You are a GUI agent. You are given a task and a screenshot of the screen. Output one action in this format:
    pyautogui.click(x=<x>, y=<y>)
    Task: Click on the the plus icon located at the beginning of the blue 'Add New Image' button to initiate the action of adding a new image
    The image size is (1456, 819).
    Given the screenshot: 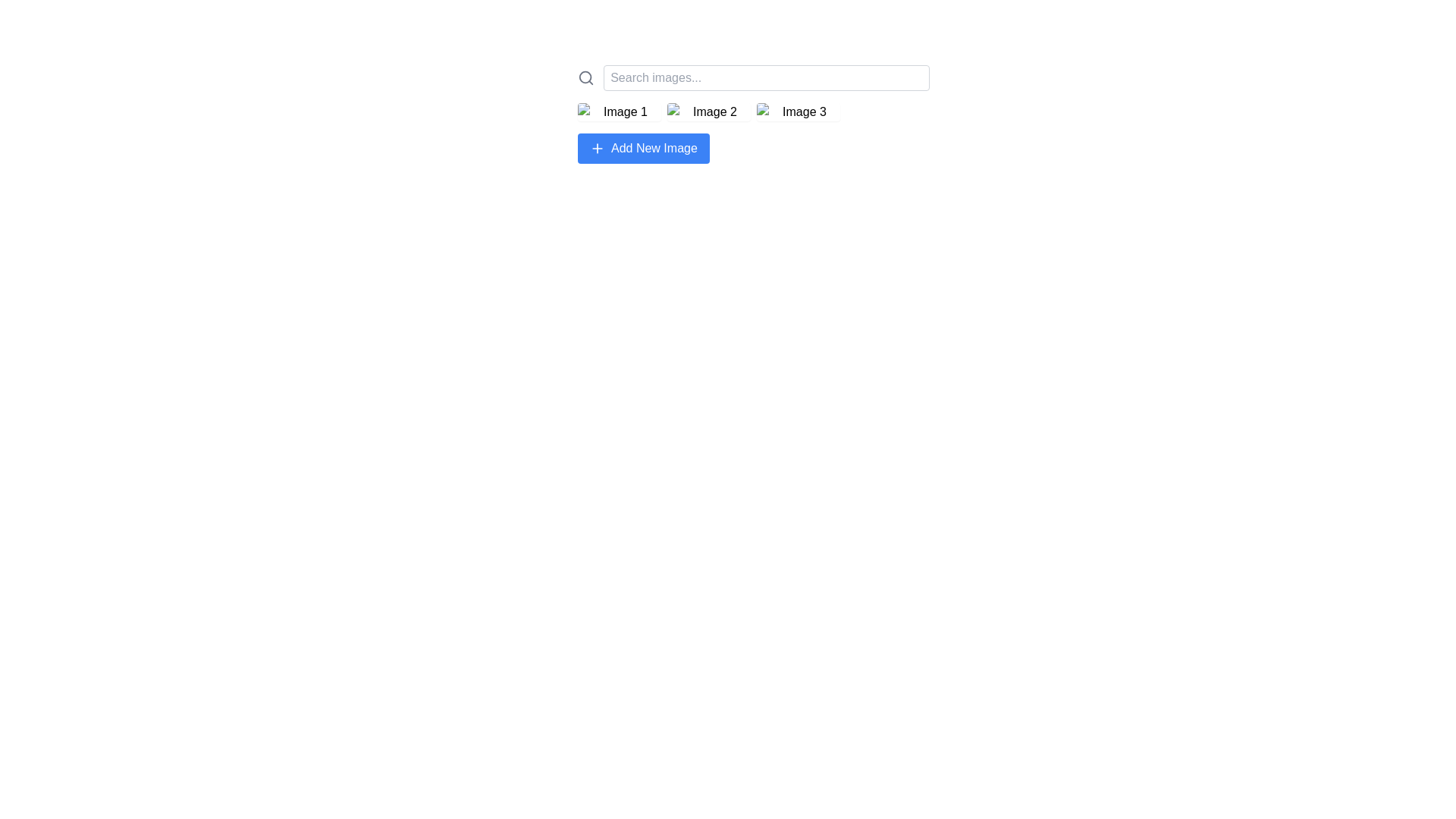 What is the action you would take?
    pyautogui.click(x=596, y=149)
    